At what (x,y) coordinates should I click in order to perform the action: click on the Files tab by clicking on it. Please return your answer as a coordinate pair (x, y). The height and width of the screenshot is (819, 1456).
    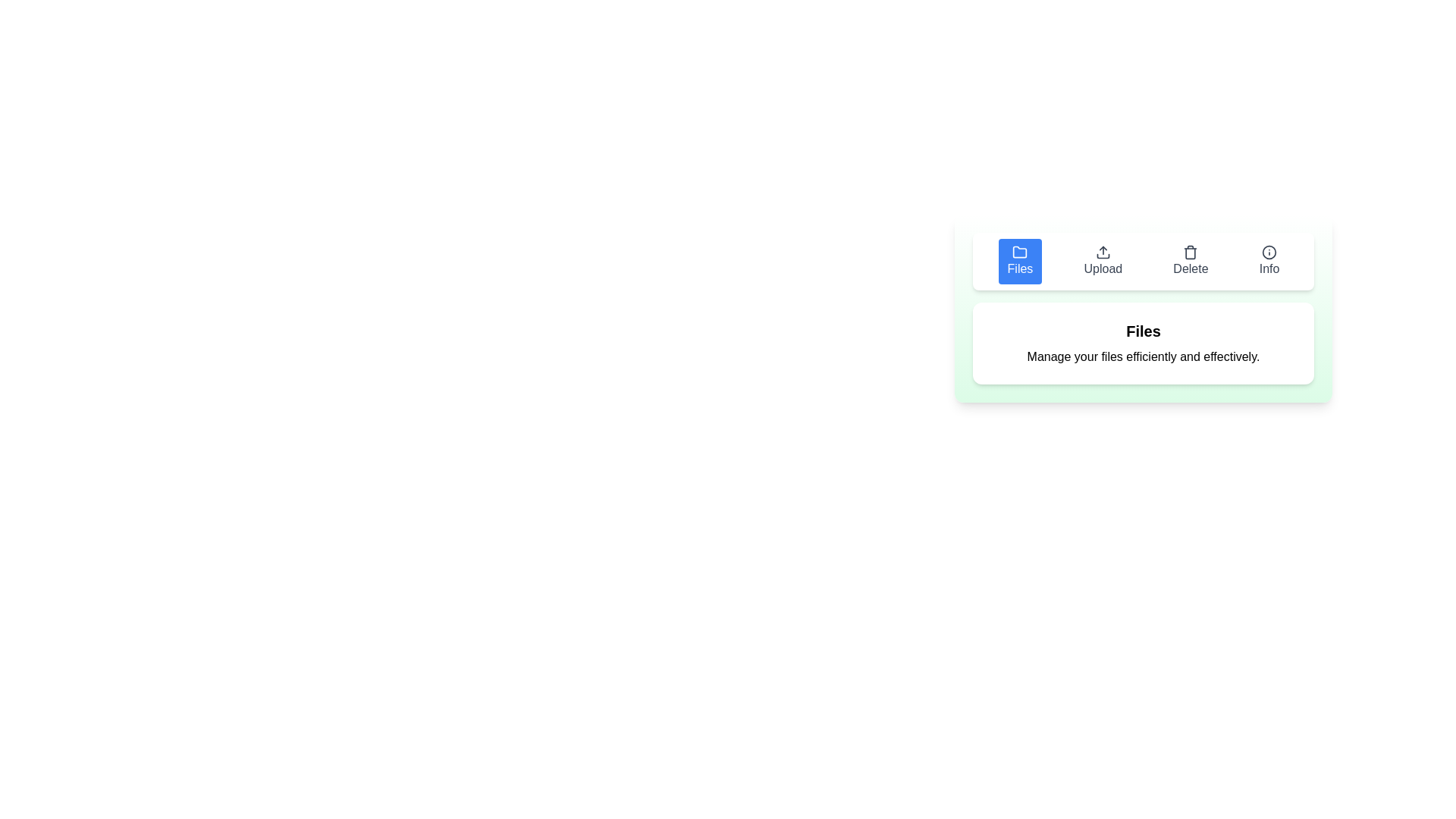
    Looking at the image, I should click on (1019, 260).